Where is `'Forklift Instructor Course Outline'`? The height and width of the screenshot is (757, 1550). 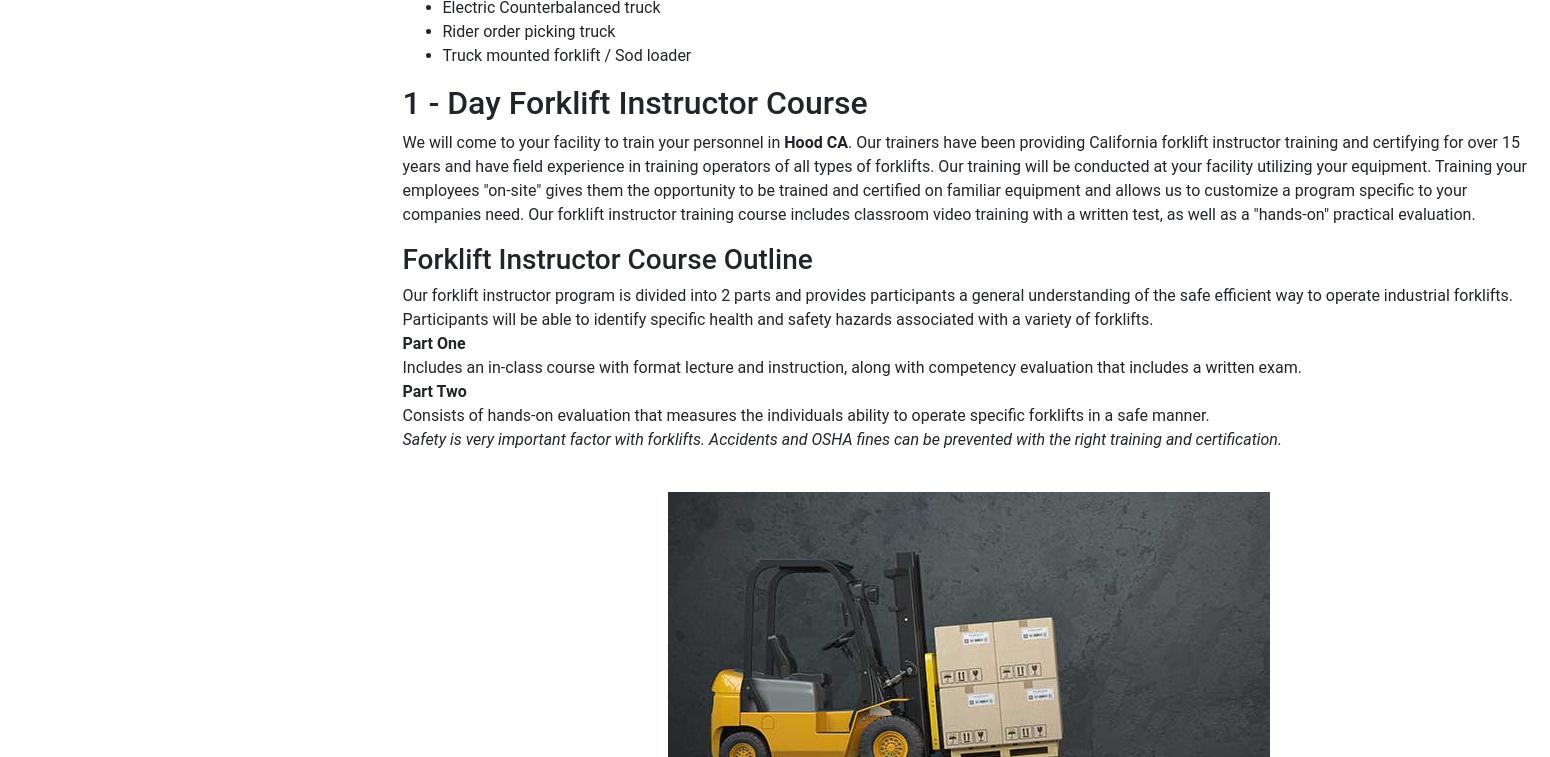
'Forklift Instructor Course Outline' is located at coordinates (606, 257).